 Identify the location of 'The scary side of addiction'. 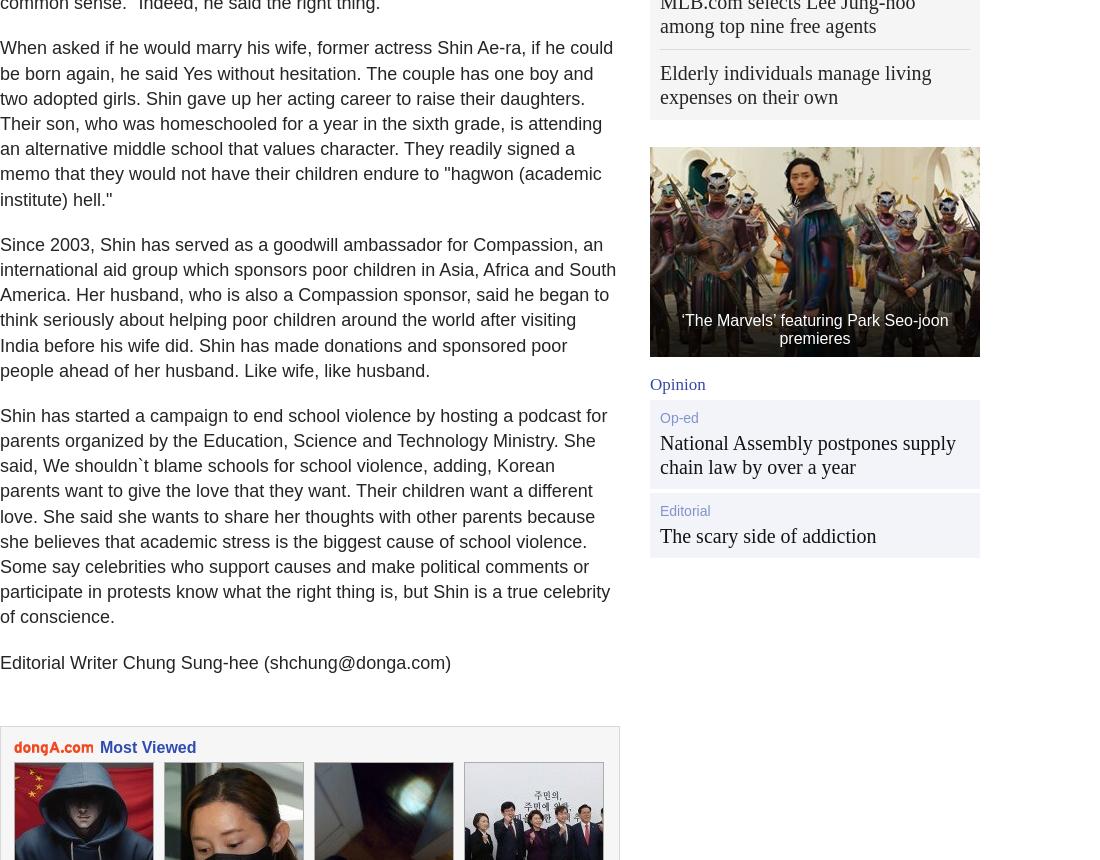
(768, 534).